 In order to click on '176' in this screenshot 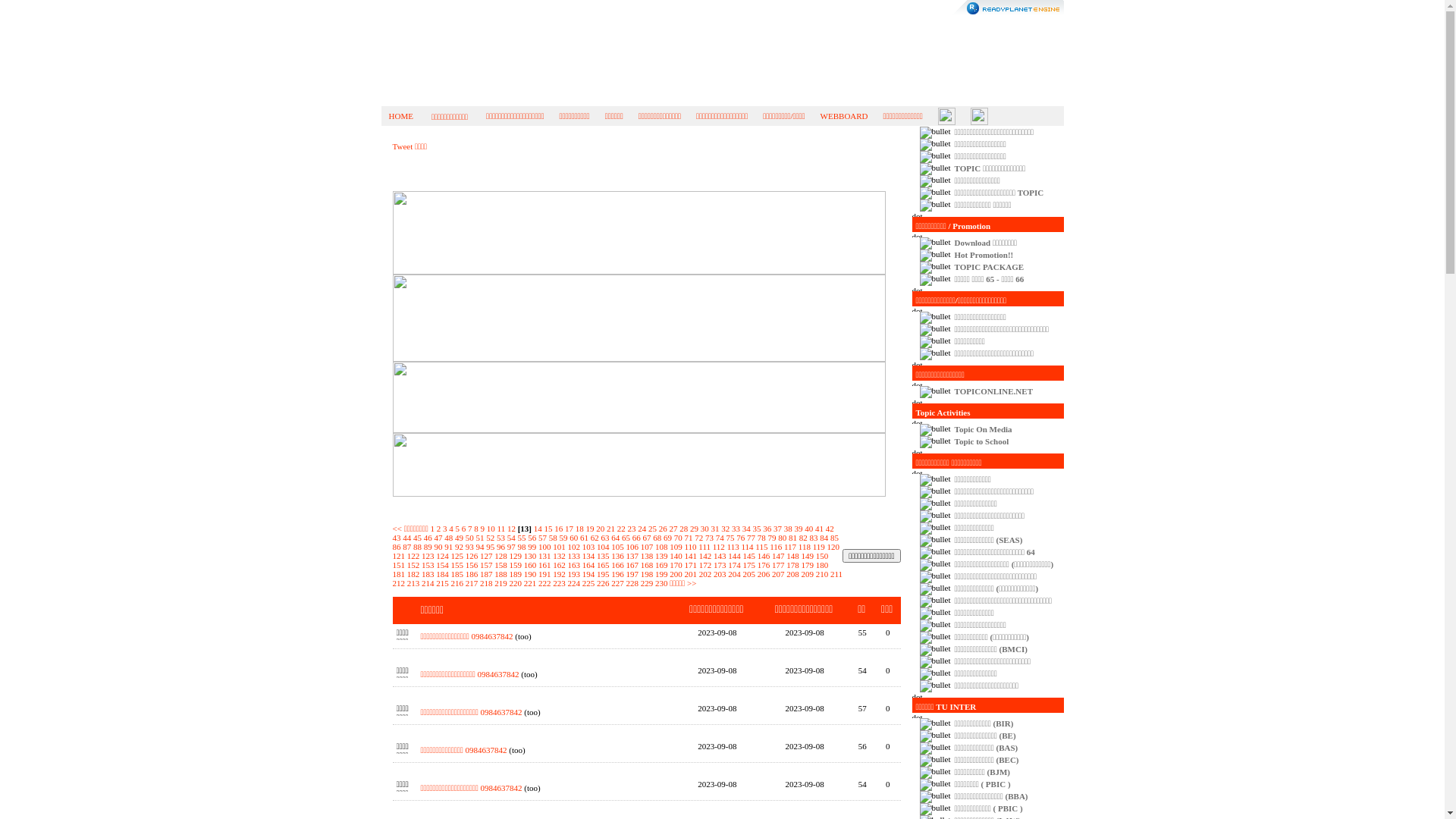, I will do `click(764, 564)`.